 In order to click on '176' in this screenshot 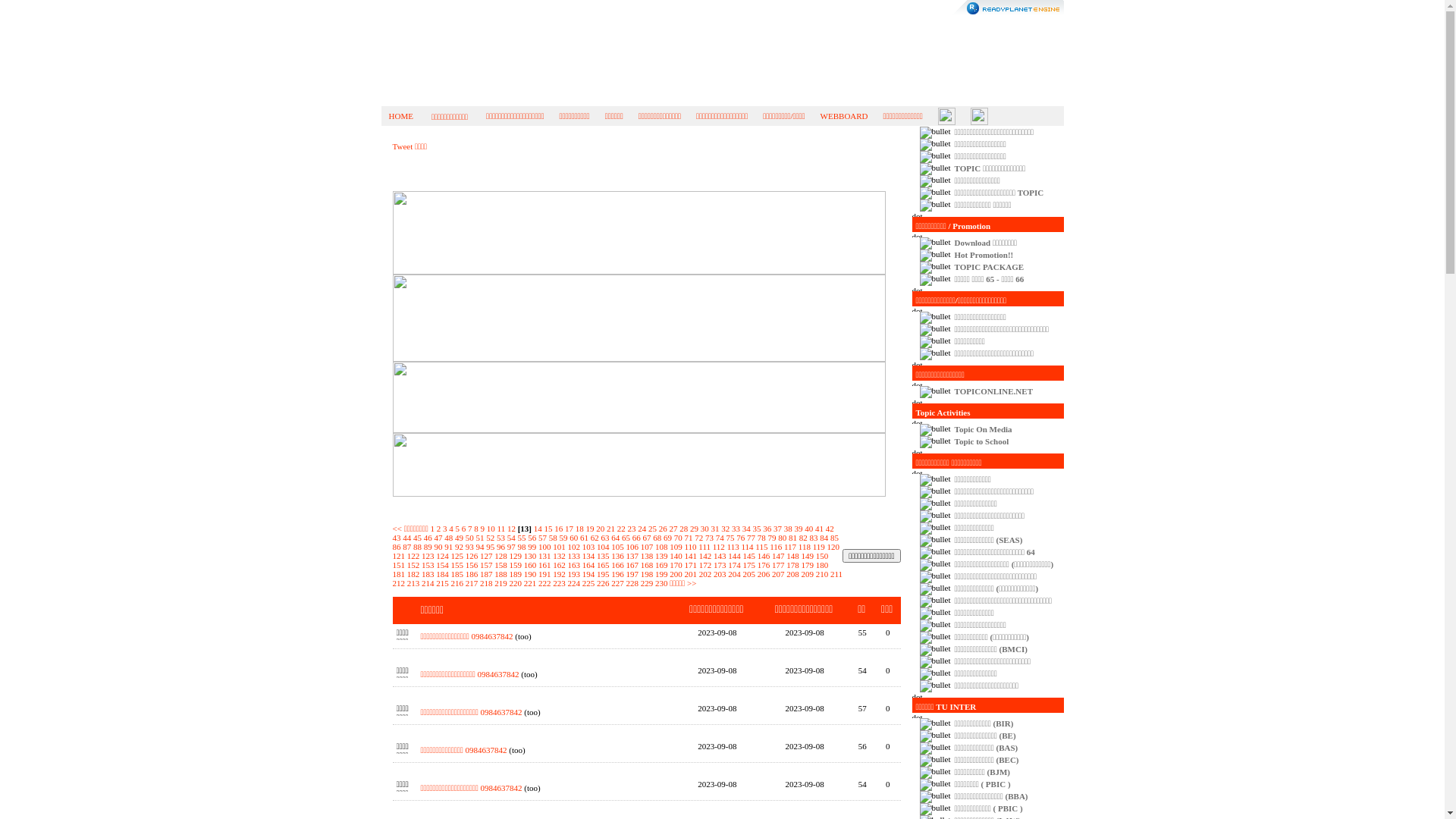, I will do `click(764, 564)`.